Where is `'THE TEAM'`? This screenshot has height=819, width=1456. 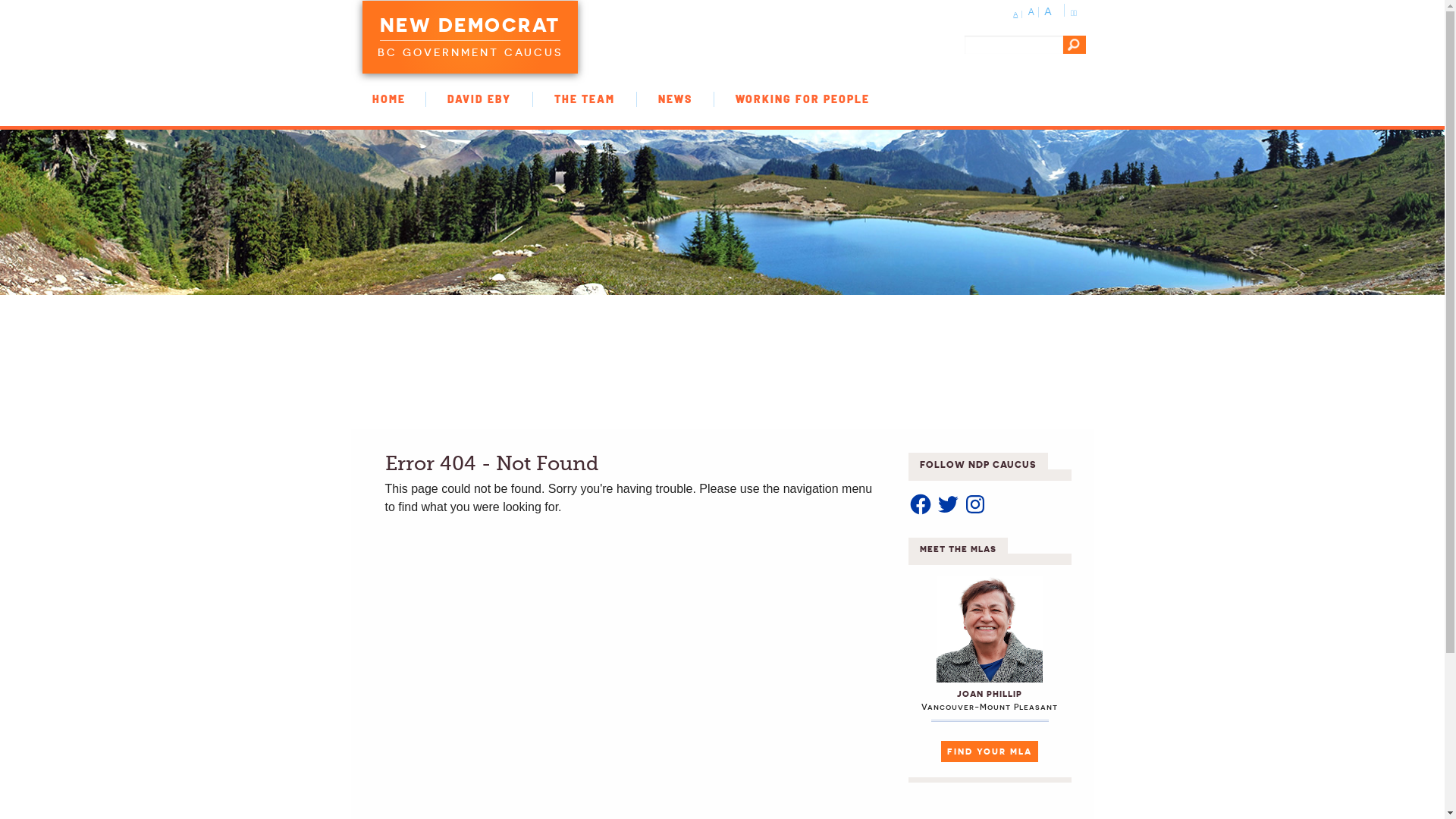
'THE TEAM' is located at coordinates (584, 99).